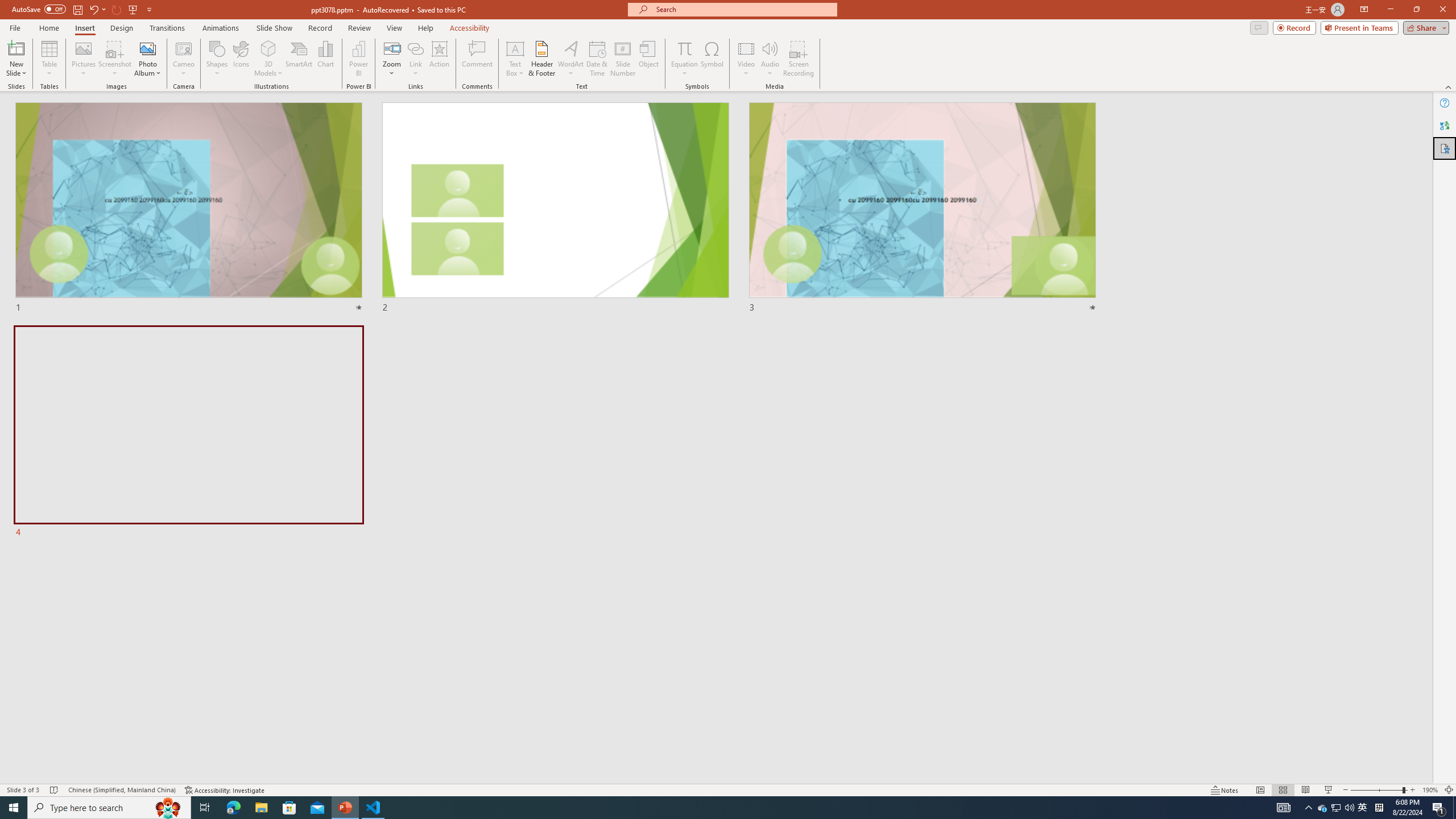 The image size is (1456, 819). What do you see at coordinates (49, 59) in the screenshot?
I see `'Table'` at bounding box center [49, 59].